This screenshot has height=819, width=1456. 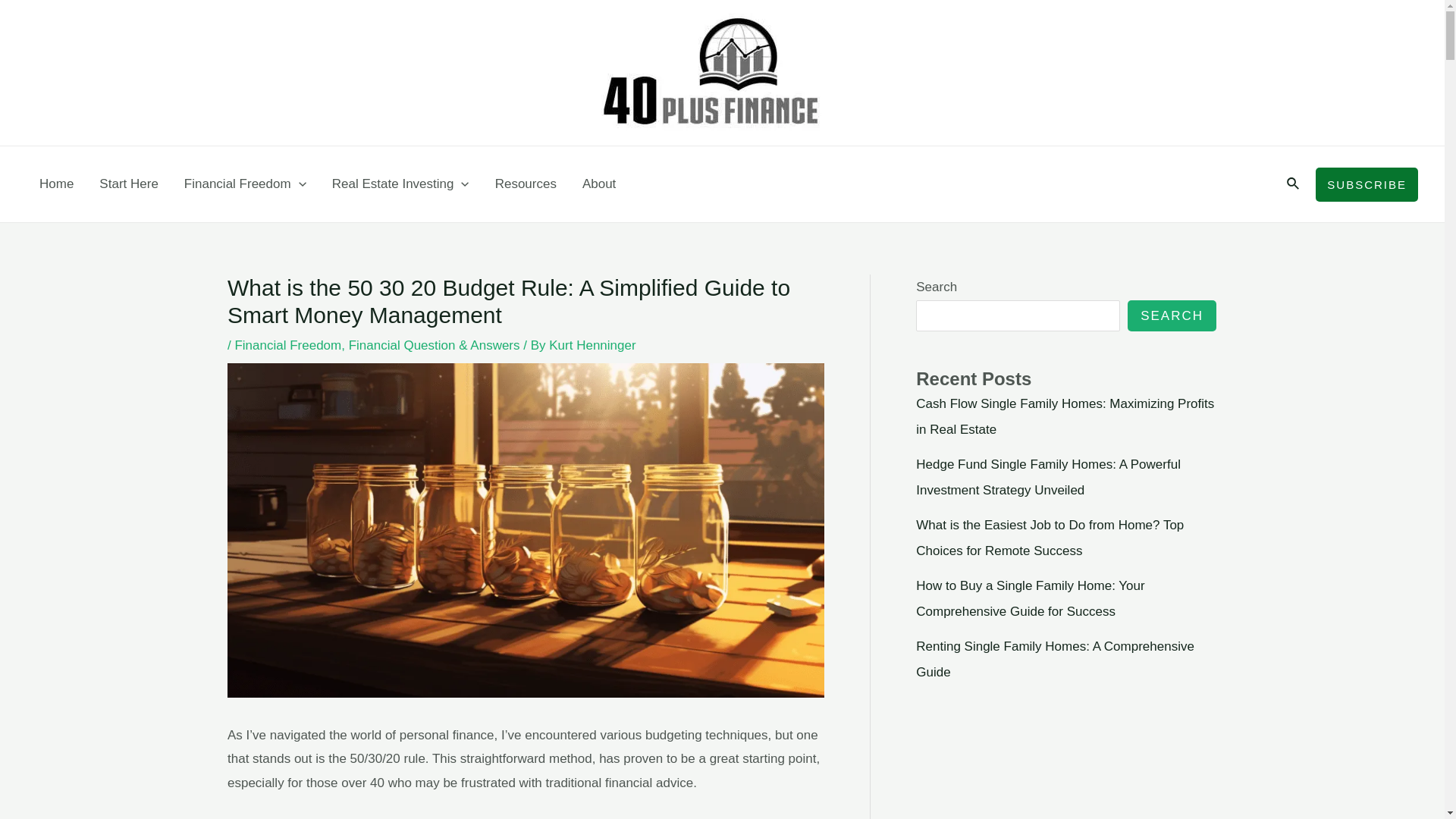 I want to click on 'Start Here', so click(x=128, y=184).